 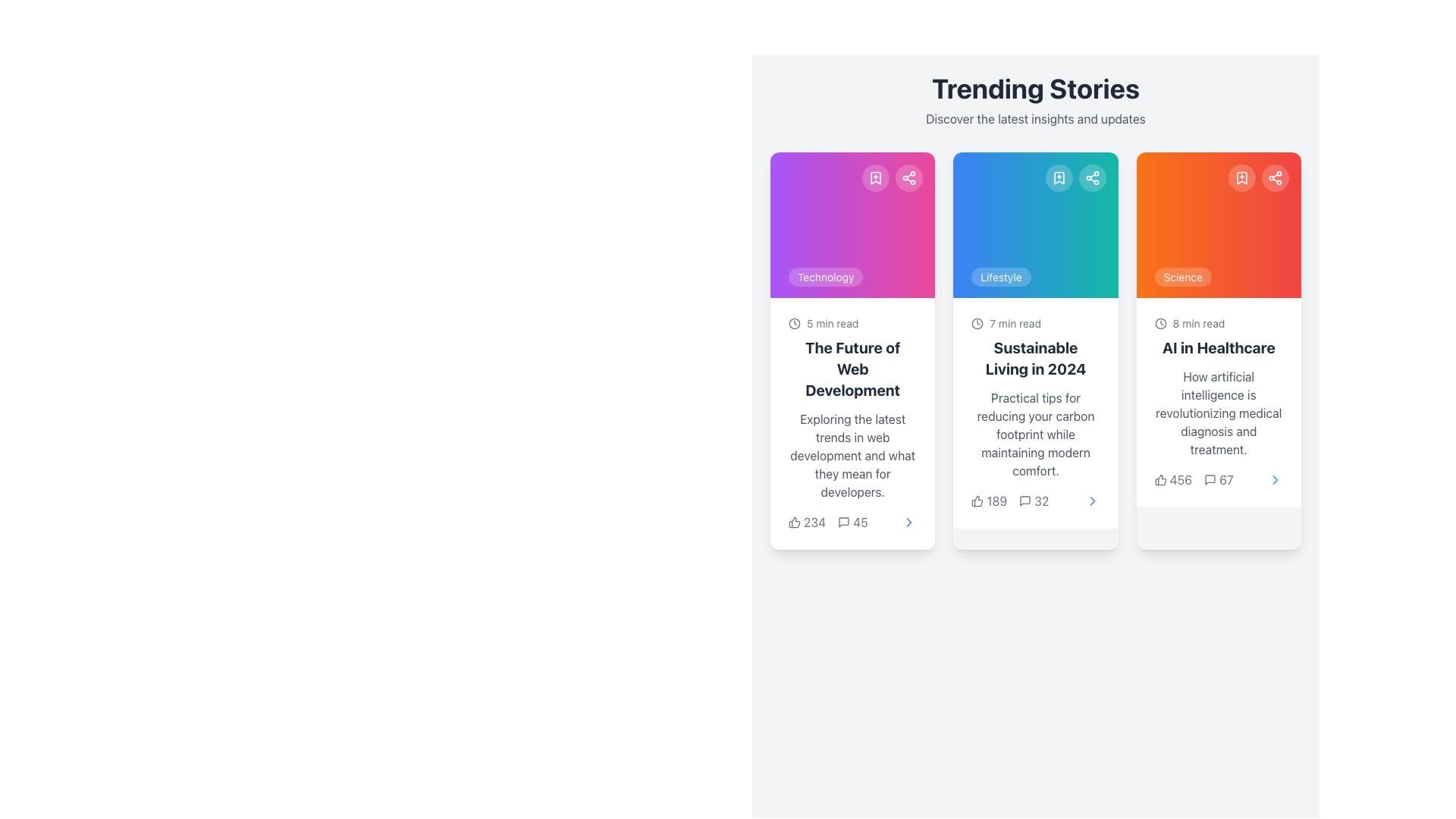 I want to click on the Text Badge located in the header section of the first card, positioned near the bottom-left corner of the card's colored header area, so click(x=825, y=277).